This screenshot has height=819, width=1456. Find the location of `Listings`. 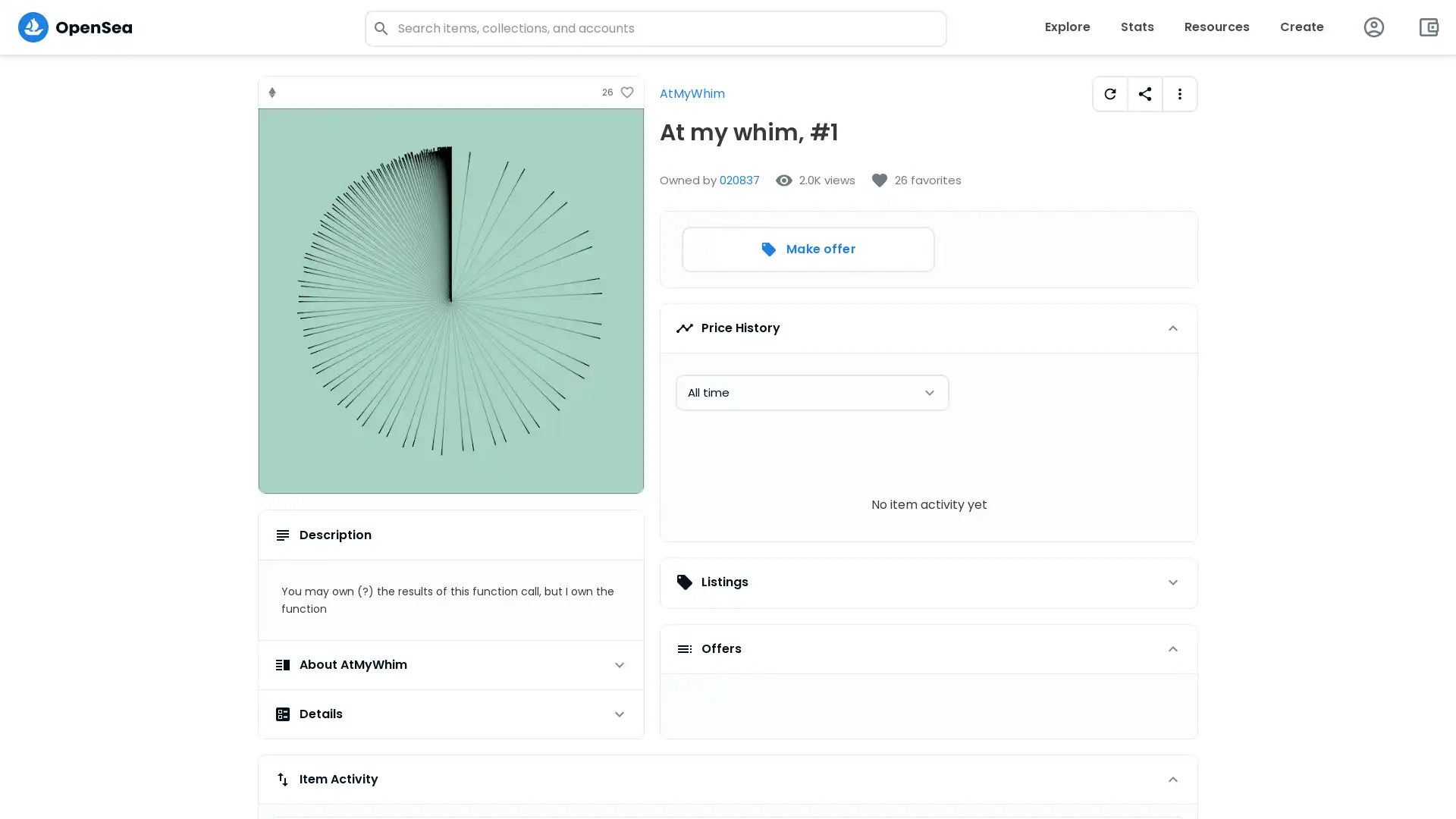

Listings is located at coordinates (927, 581).